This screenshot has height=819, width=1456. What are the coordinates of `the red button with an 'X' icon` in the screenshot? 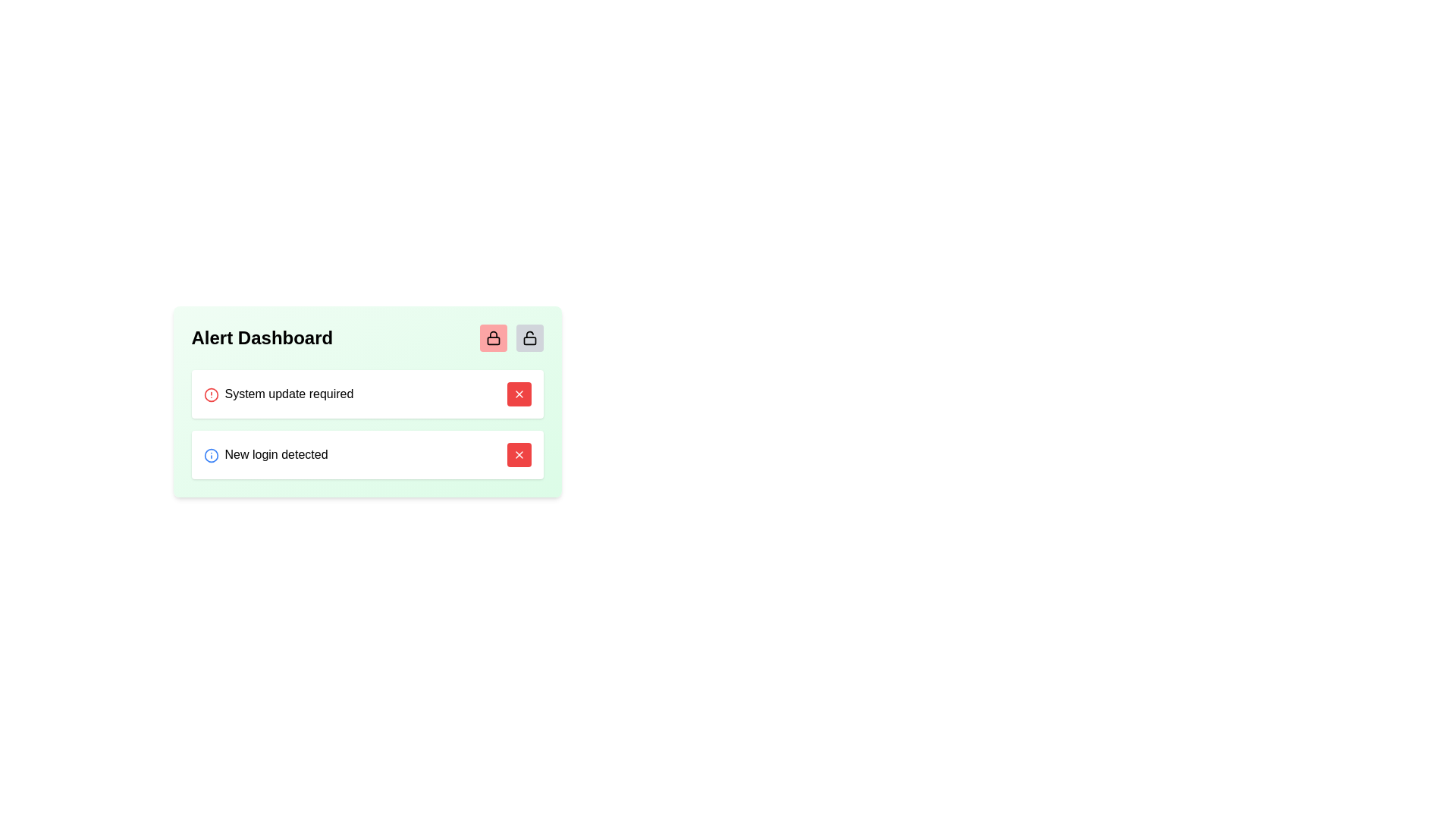 It's located at (519, 454).